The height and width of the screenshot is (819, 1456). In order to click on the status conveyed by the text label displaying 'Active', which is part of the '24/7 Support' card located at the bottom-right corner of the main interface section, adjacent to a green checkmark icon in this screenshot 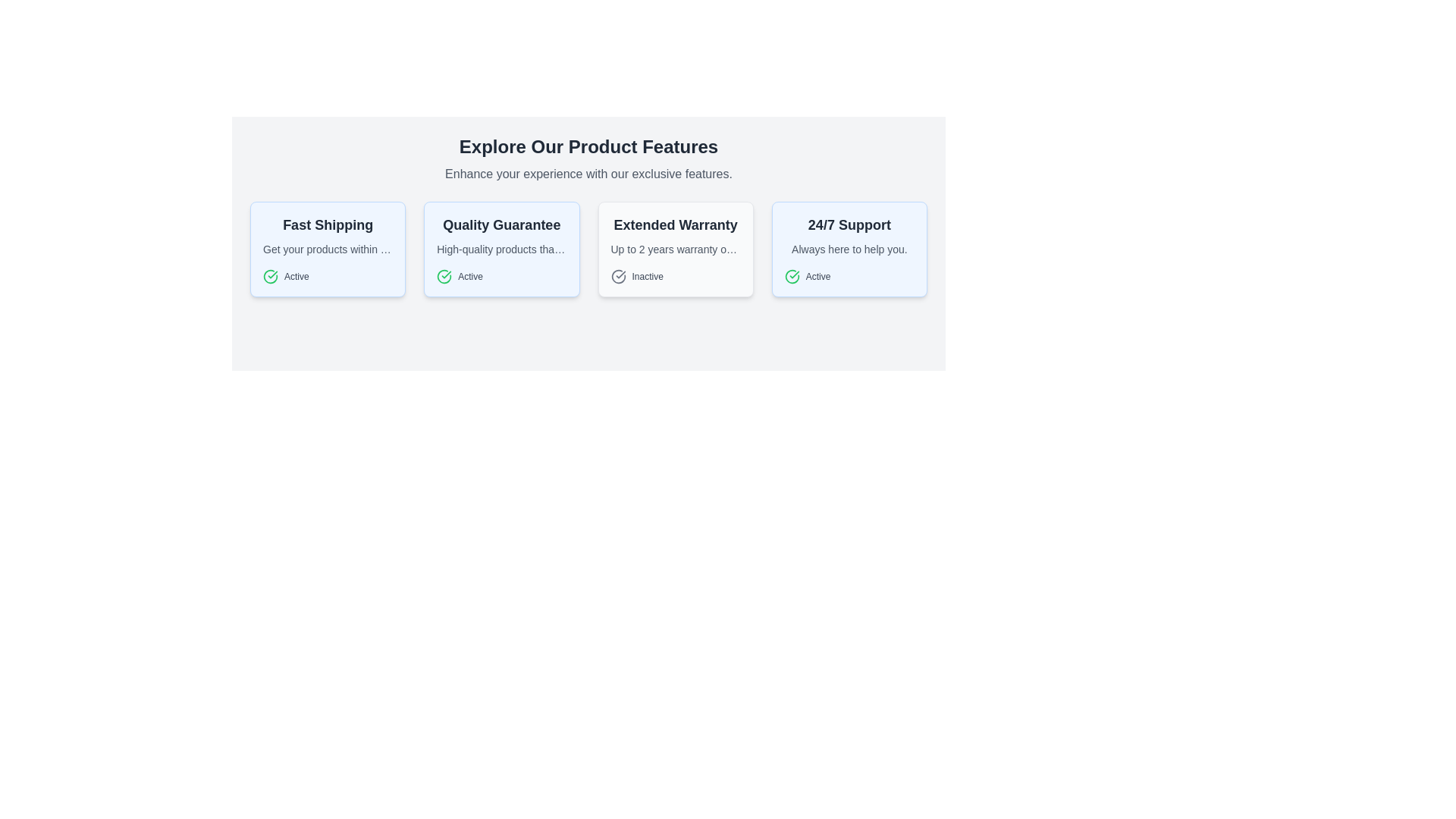, I will do `click(469, 277)`.